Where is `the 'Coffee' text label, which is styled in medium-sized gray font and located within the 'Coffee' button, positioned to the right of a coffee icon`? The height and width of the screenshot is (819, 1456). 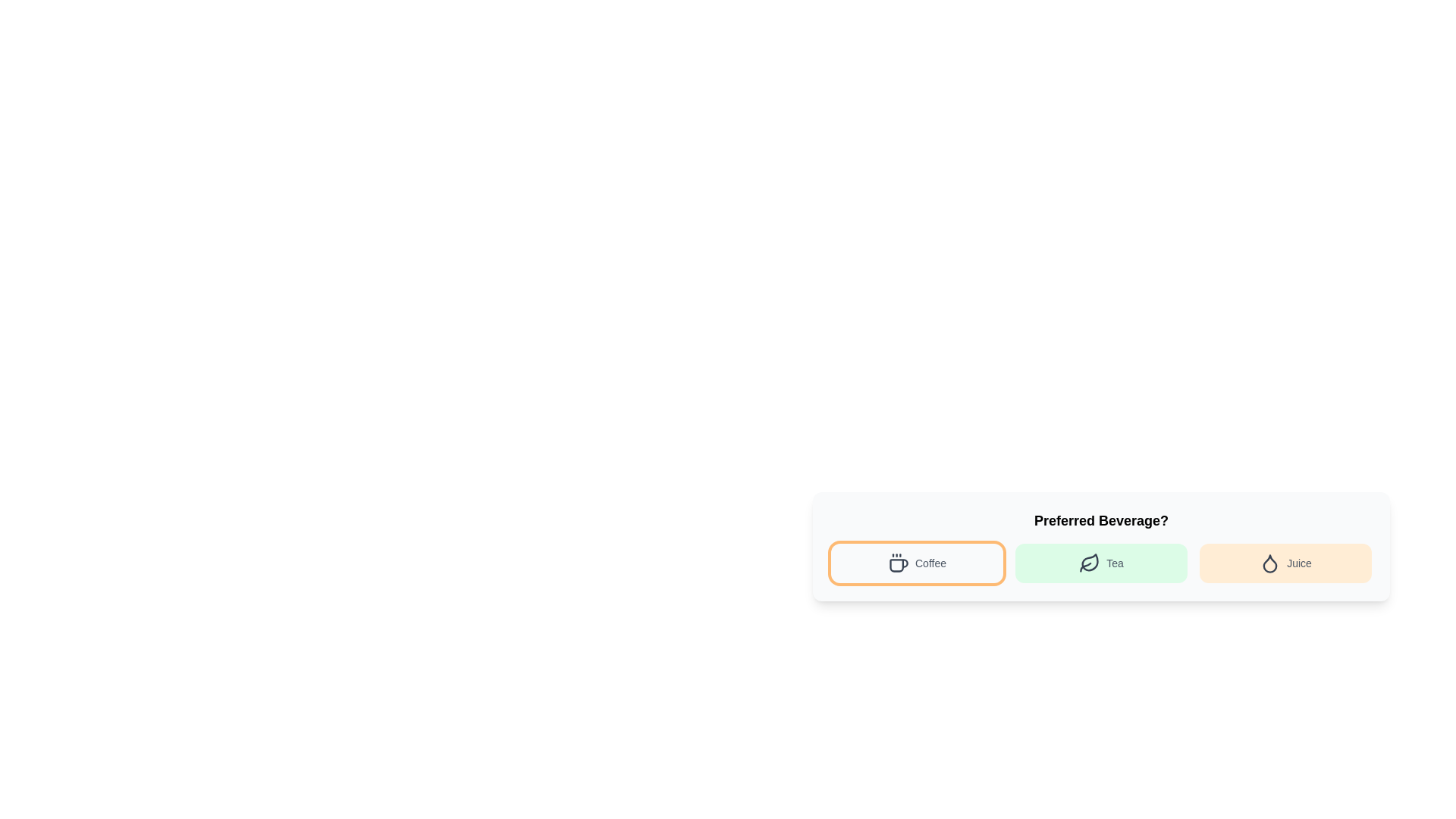 the 'Coffee' text label, which is styled in medium-sized gray font and located within the 'Coffee' button, positioned to the right of a coffee icon is located at coordinates (930, 563).